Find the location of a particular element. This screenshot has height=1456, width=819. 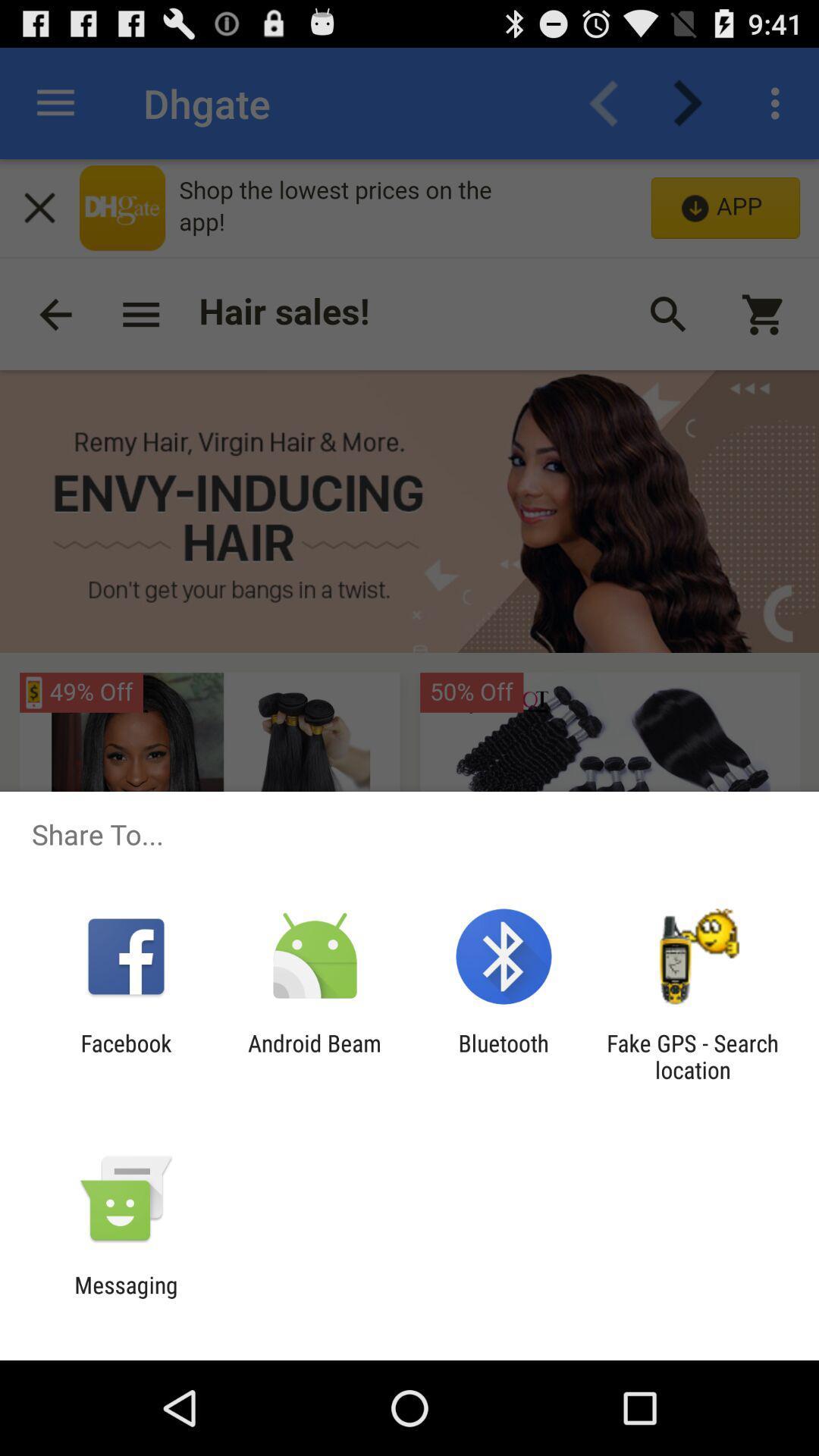

facebook is located at coordinates (125, 1056).